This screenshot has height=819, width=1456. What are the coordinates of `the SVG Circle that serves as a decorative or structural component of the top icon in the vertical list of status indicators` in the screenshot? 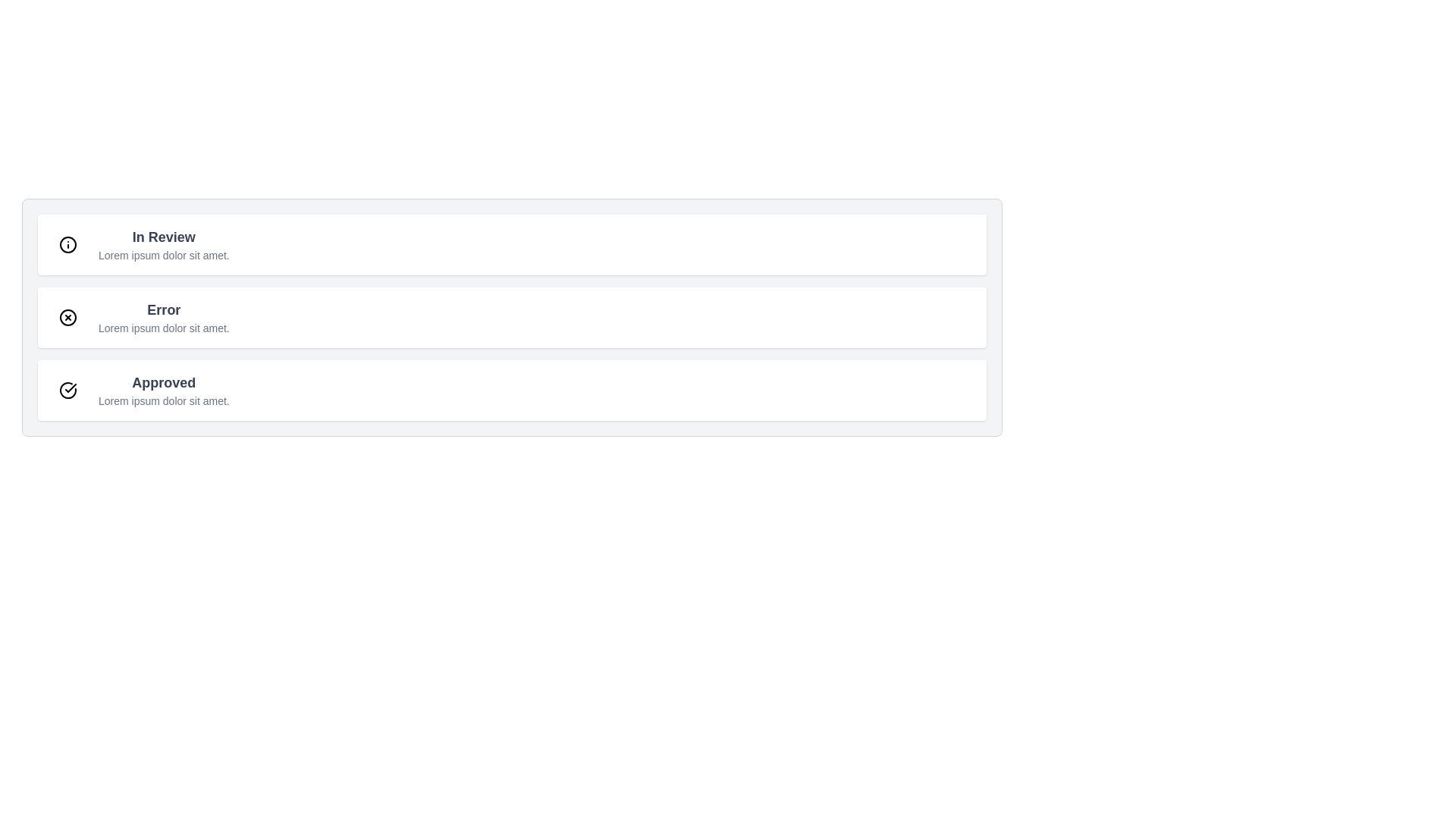 It's located at (67, 244).